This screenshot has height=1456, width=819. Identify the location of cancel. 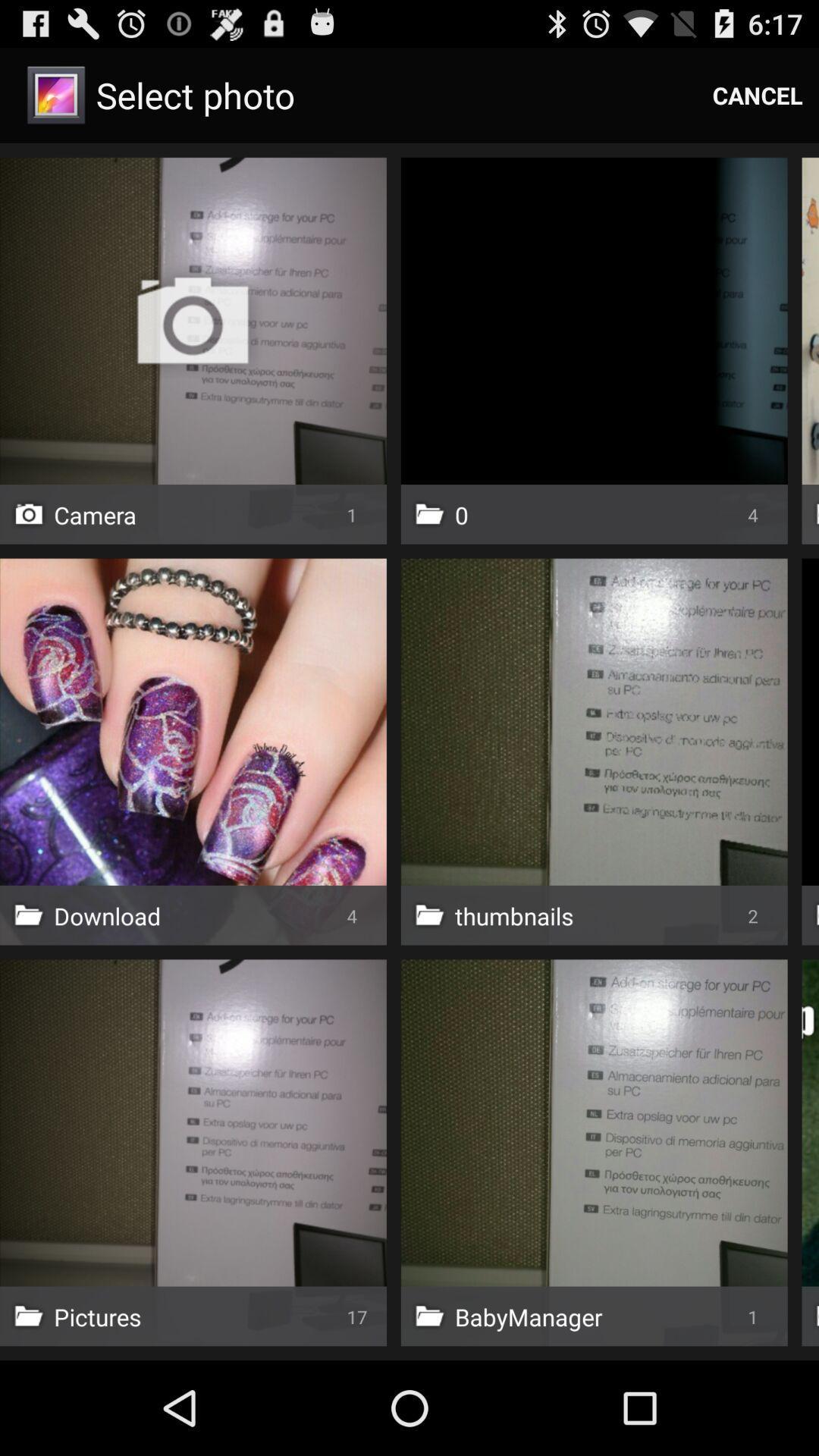
(758, 94).